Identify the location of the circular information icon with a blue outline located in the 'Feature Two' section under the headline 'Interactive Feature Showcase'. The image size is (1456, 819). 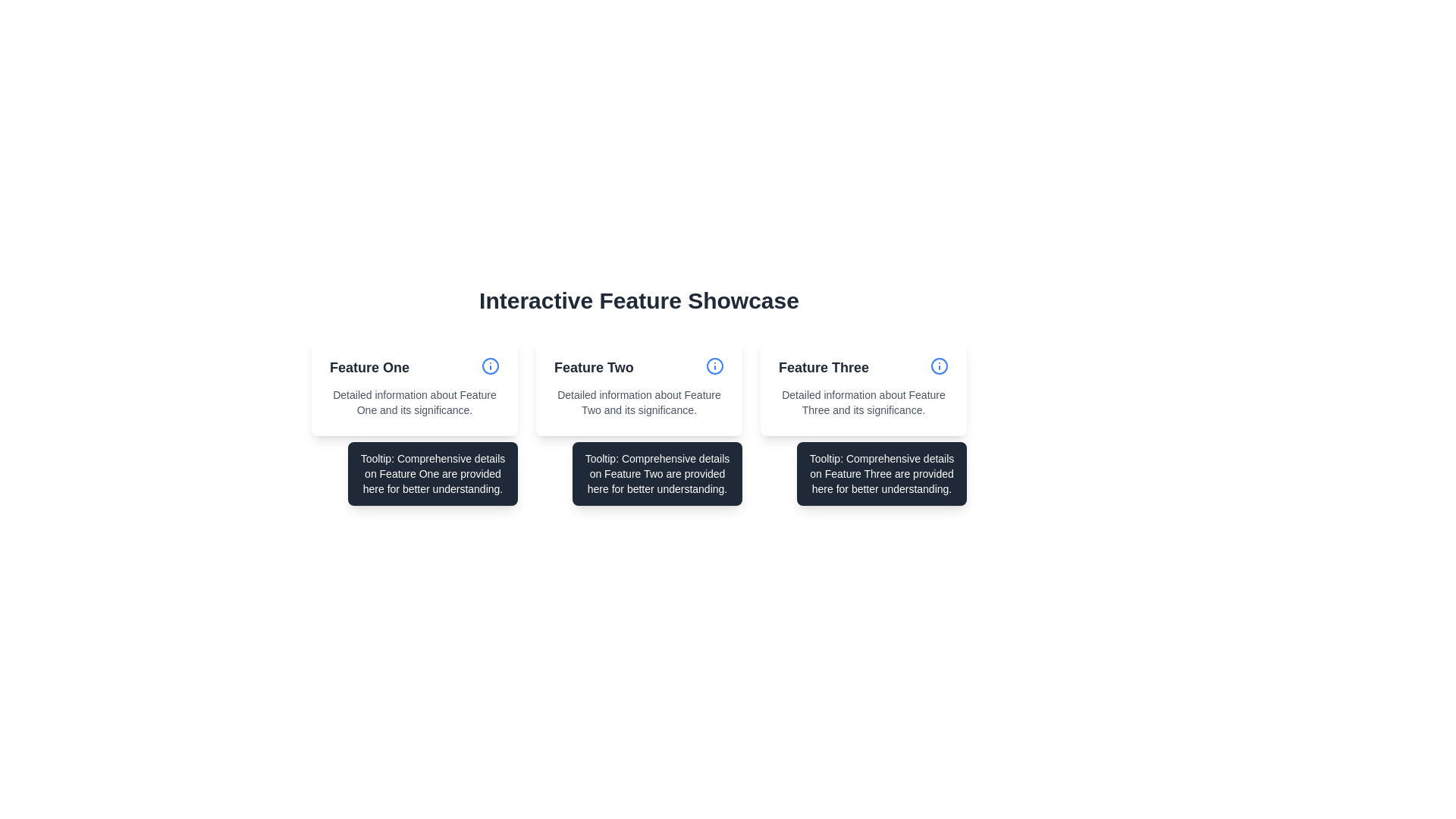
(714, 366).